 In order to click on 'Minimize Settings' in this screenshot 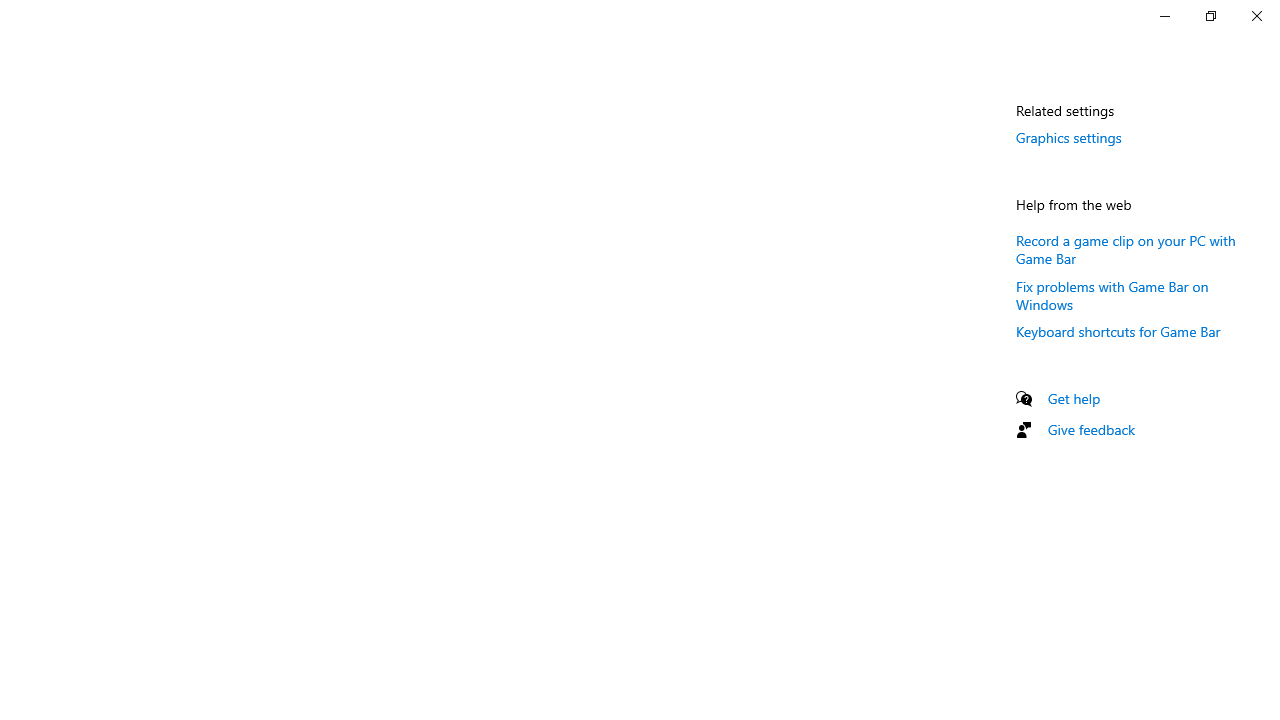, I will do `click(1164, 15)`.